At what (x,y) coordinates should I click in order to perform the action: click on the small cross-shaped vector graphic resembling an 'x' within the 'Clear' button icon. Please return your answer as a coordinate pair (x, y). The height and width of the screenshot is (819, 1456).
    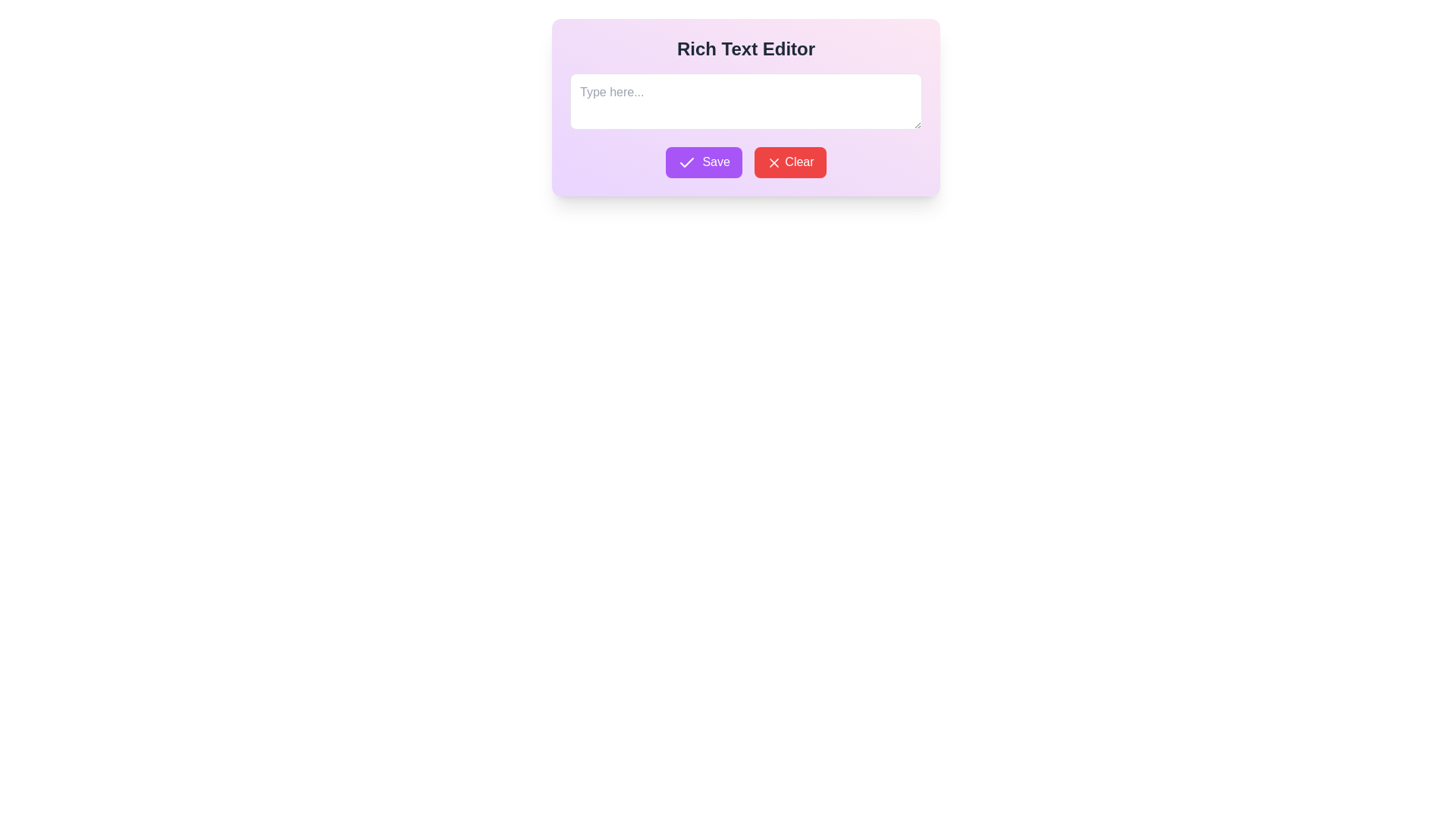
    Looking at the image, I should click on (773, 163).